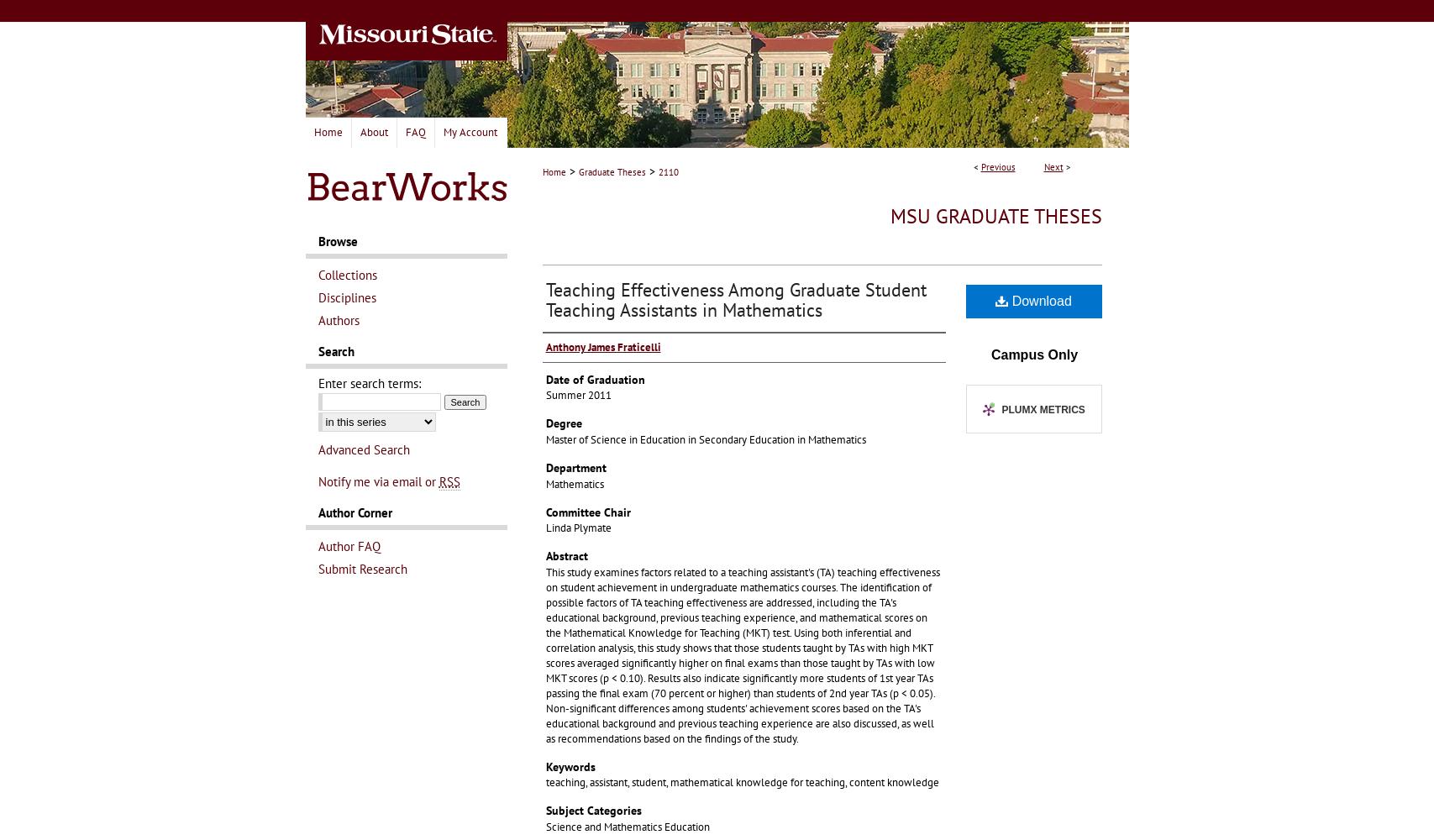 This screenshot has height=840, width=1434. What do you see at coordinates (362, 569) in the screenshot?
I see `'Submit Research'` at bounding box center [362, 569].